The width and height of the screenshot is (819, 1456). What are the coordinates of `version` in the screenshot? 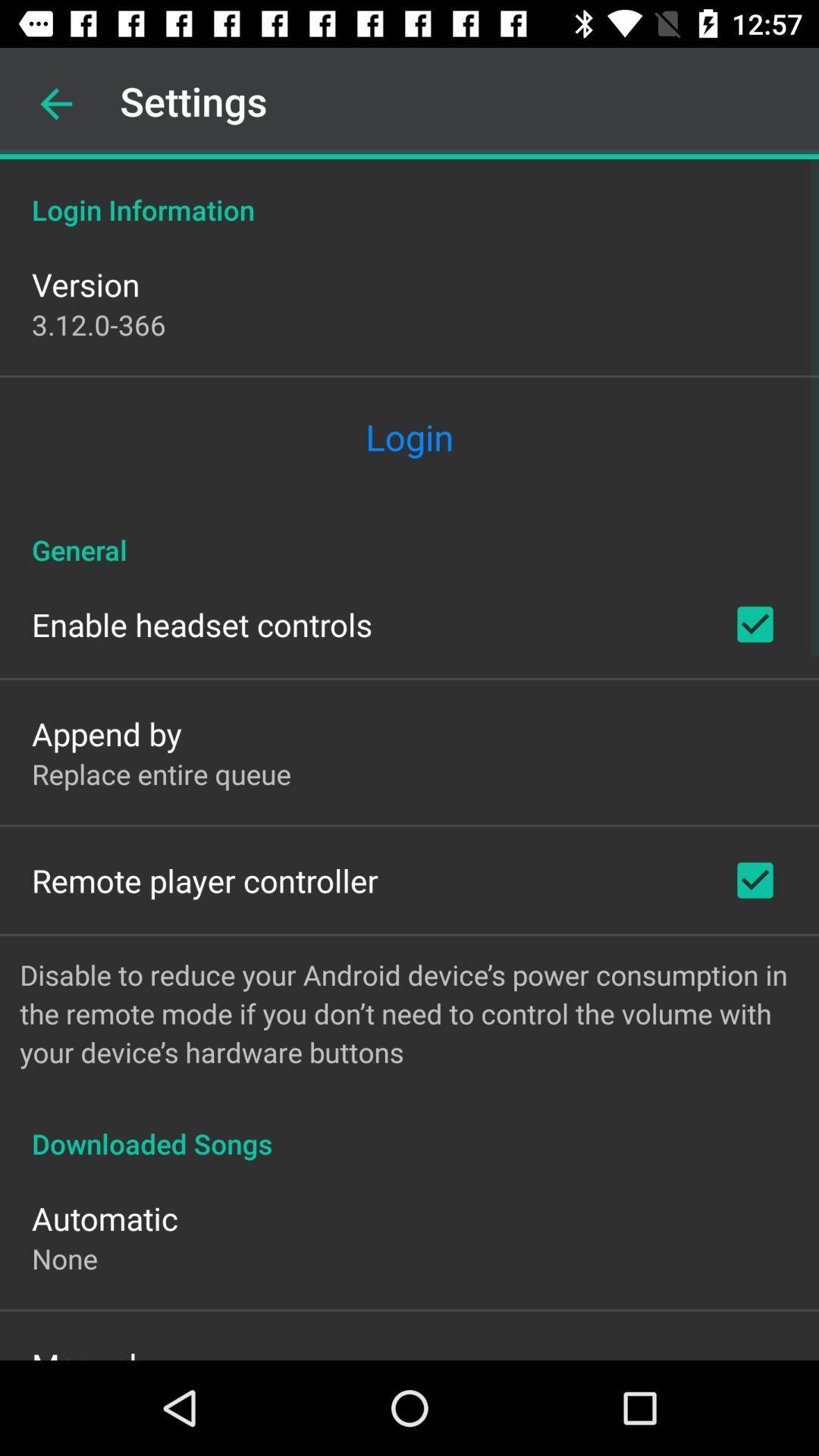 It's located at (86, 284).